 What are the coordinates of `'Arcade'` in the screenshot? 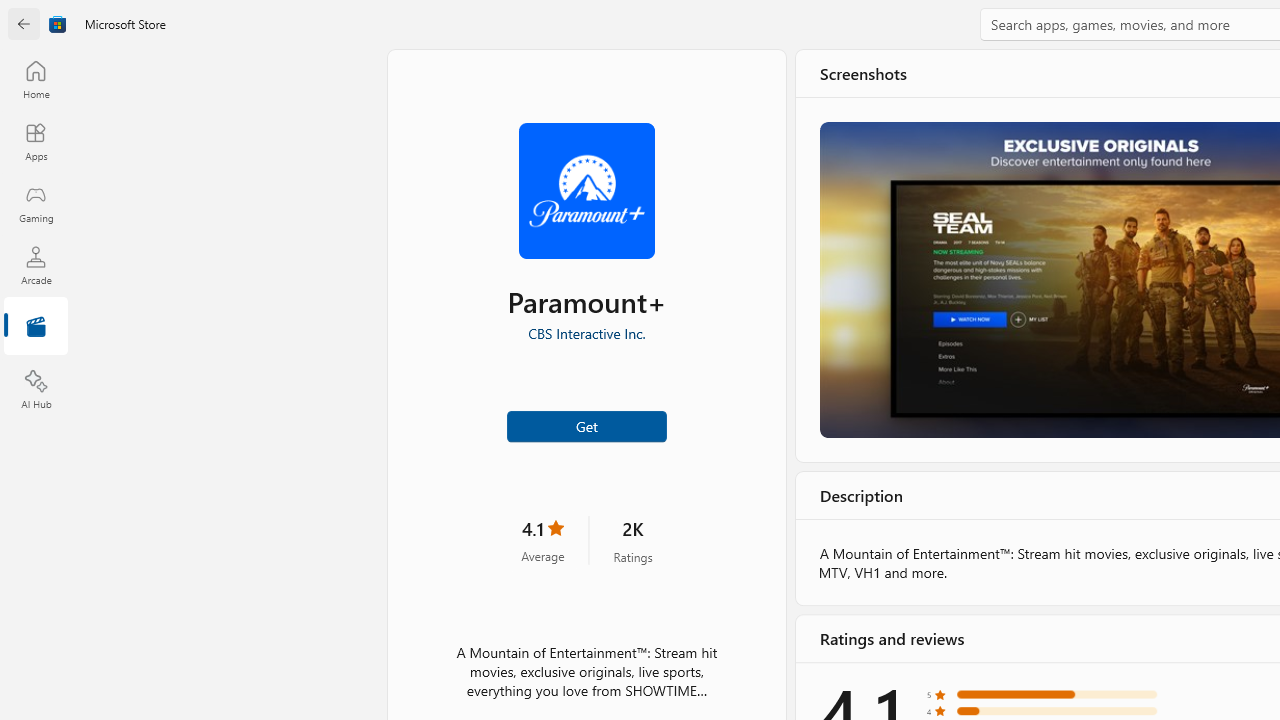 It's located at (35, 264).